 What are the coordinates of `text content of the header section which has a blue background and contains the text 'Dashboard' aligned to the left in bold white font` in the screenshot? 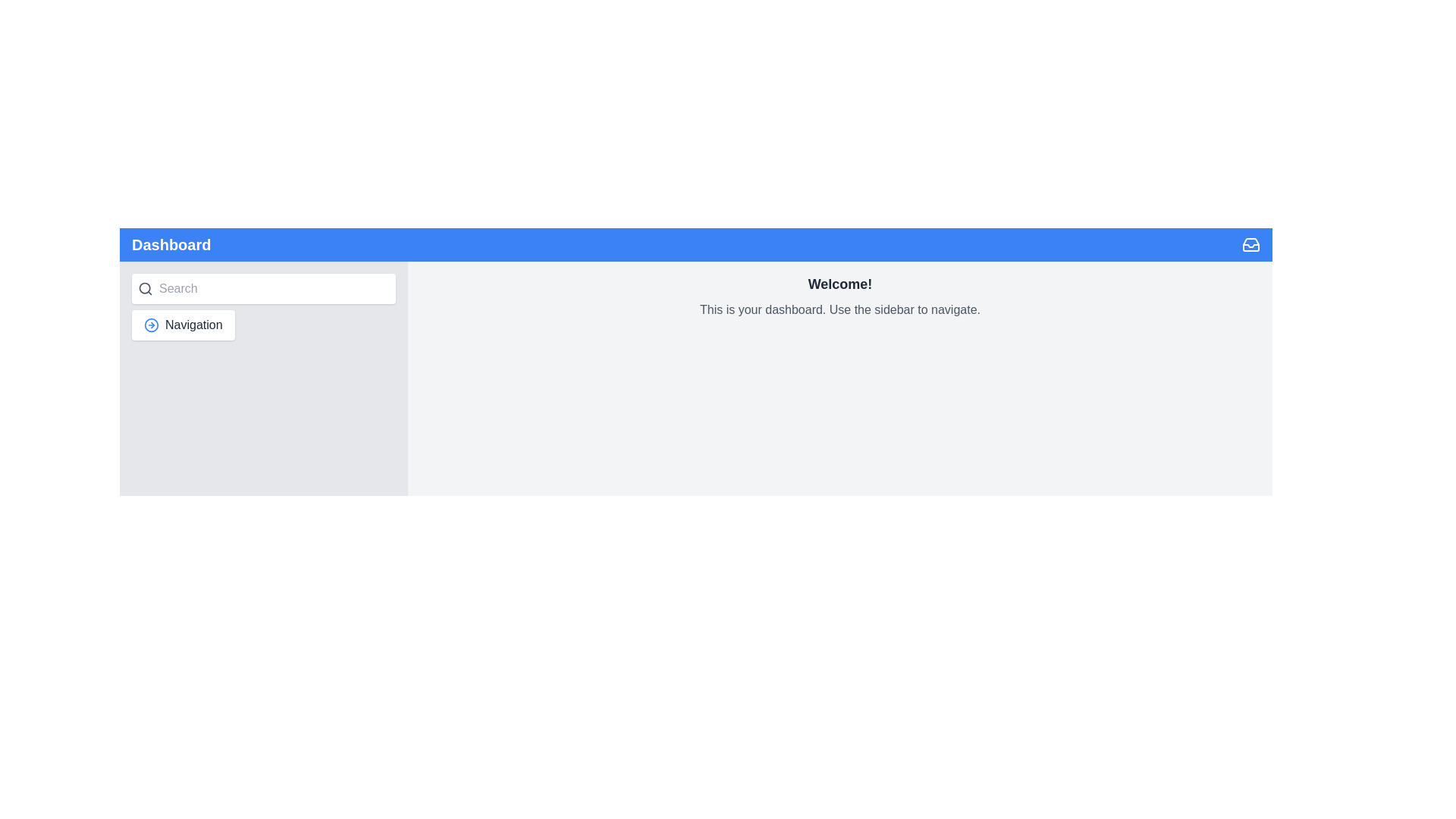 It's located at (695, 244).